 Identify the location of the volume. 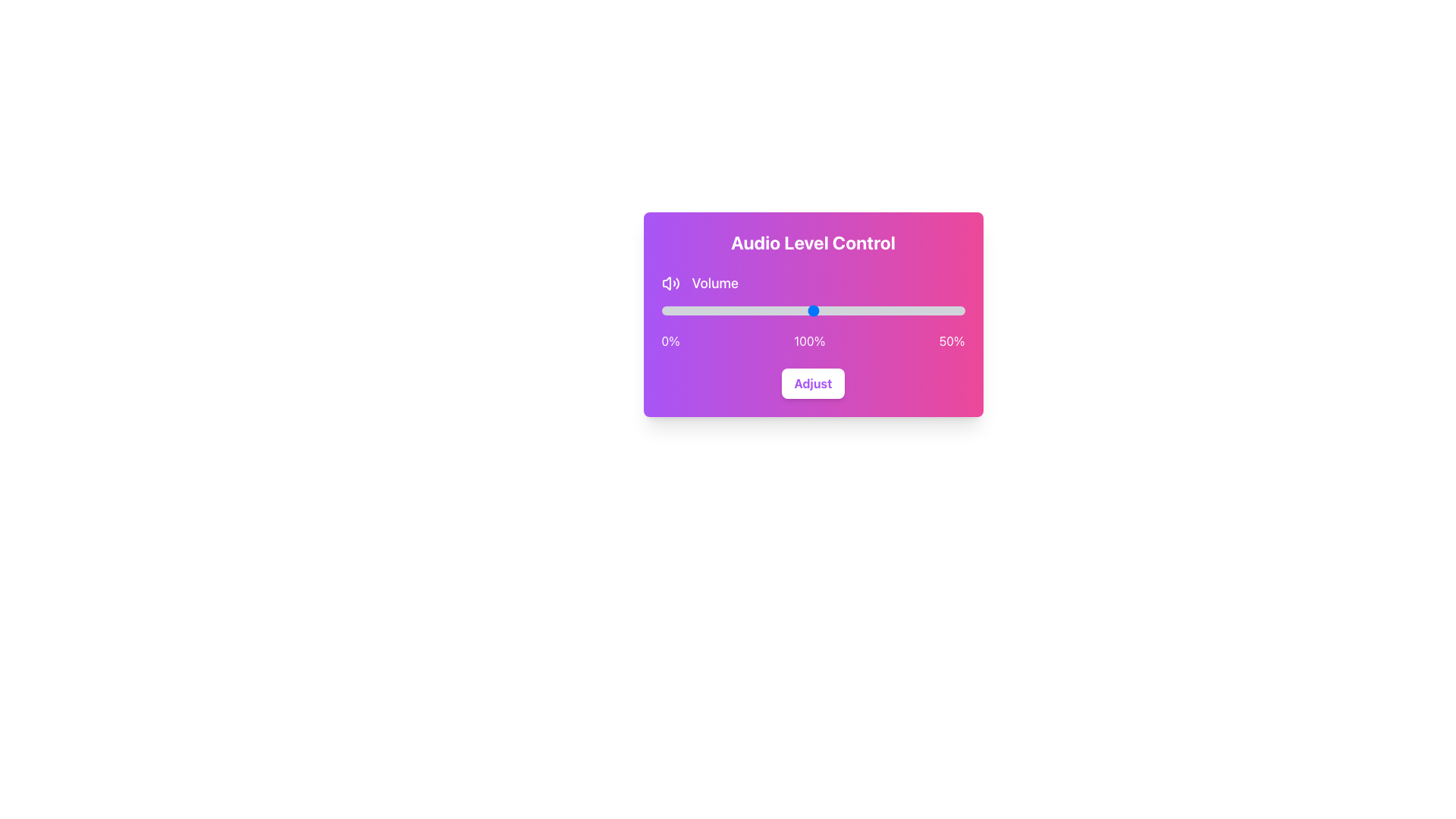
(818, 309).